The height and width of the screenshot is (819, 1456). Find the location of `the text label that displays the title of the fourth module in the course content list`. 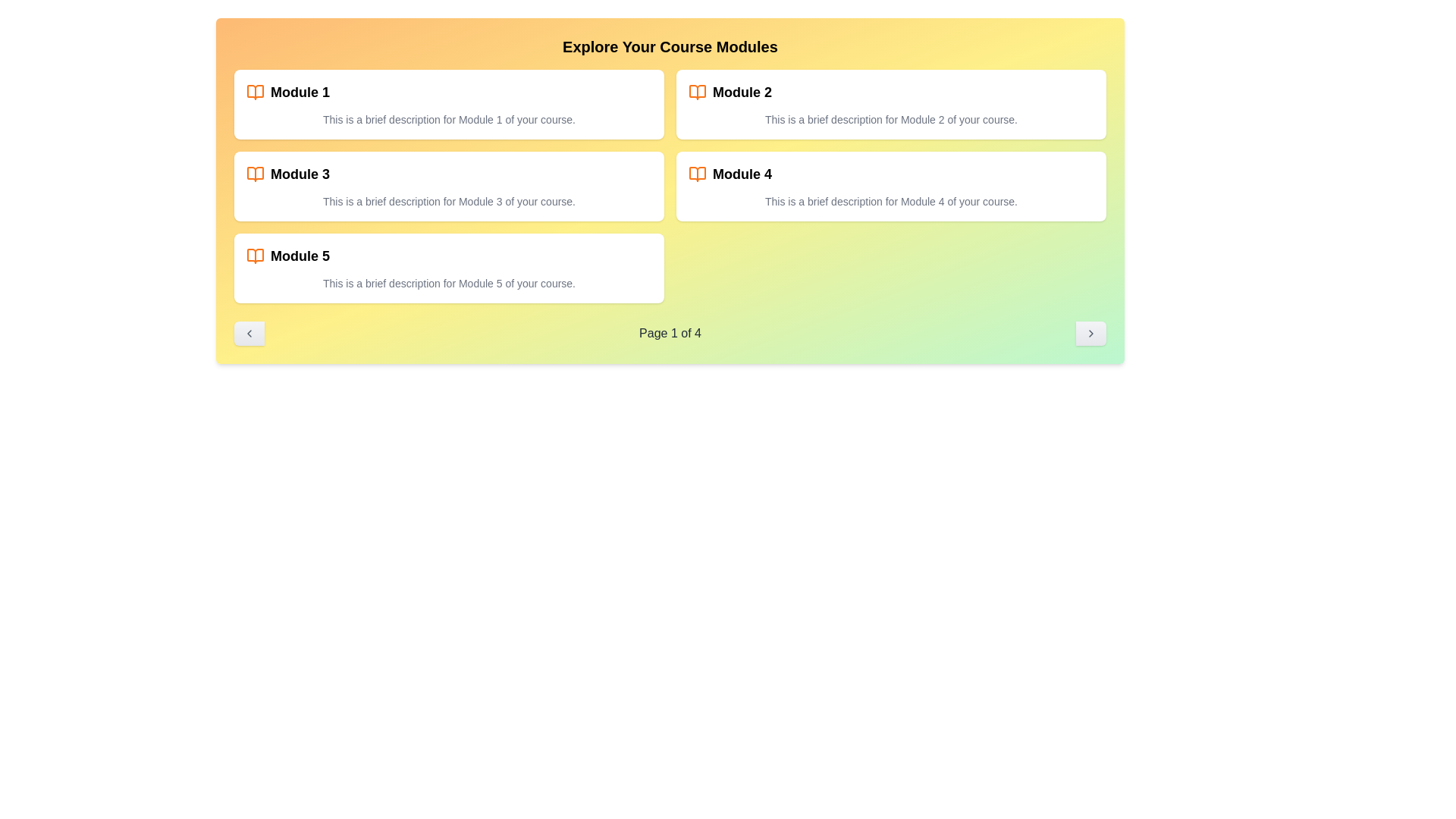

the text label that displays the title of the fourth module in the course content list is located at coordinates (742, 174).